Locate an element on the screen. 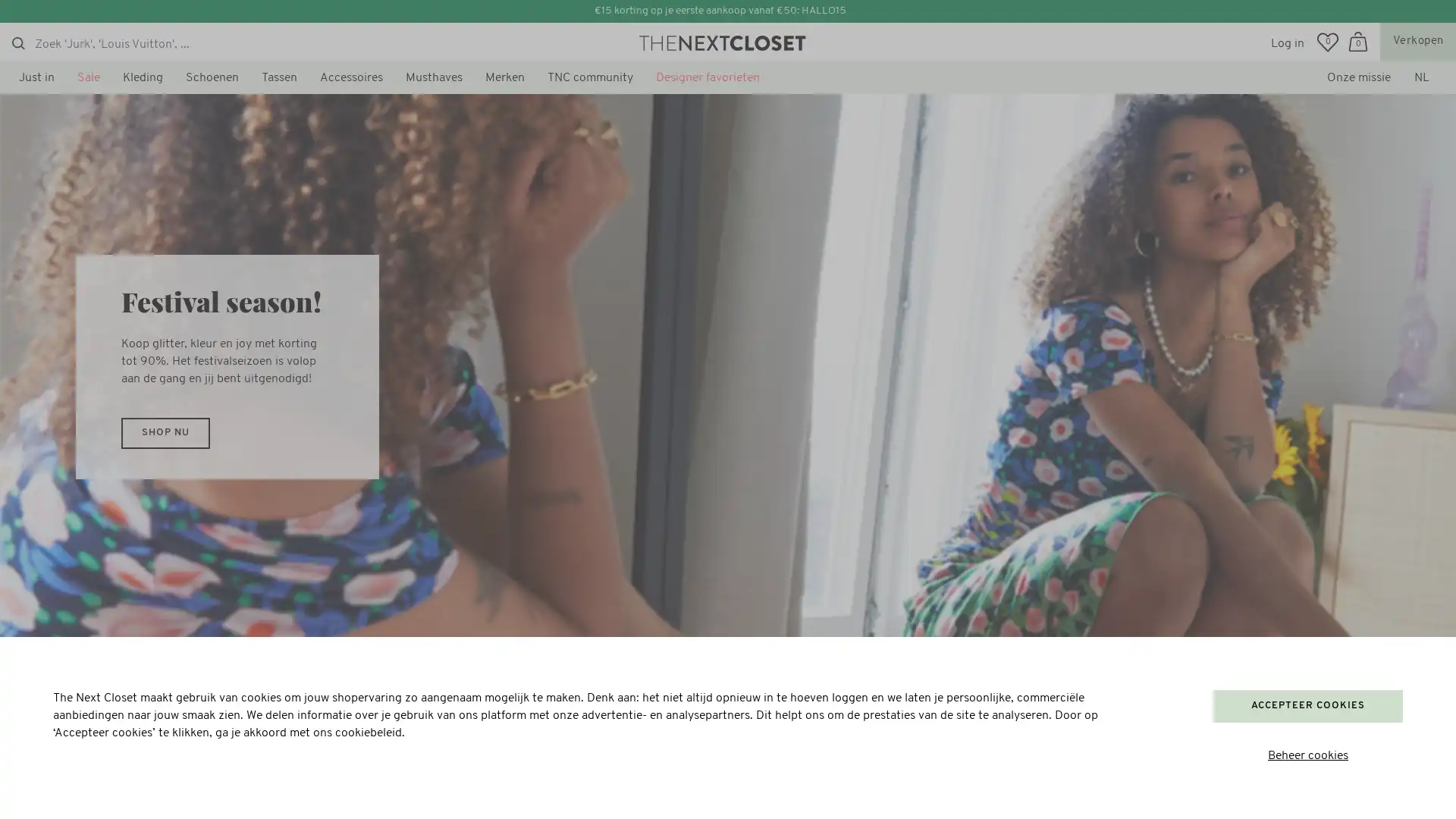 Image resolution: width=1456 pixels, height=819 pixels. ACCEPTEER COOKIES is located at coordinates (1307, 705).